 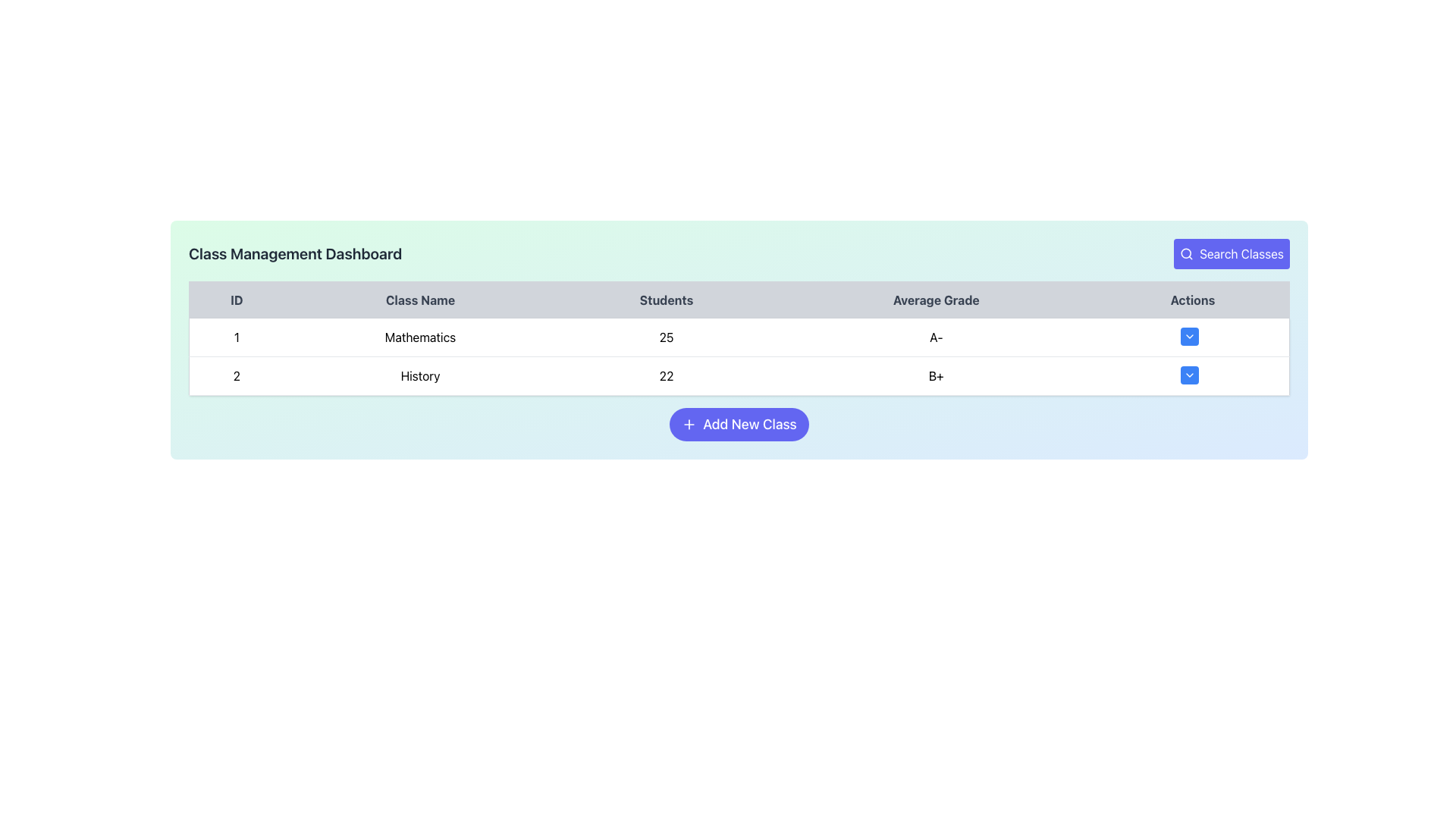 I want to click on the 'Average Grade' label, which is the fourth item in the header row of a table, displaying the text in bold typography and centered within its cell, so click(x=935, y=300).